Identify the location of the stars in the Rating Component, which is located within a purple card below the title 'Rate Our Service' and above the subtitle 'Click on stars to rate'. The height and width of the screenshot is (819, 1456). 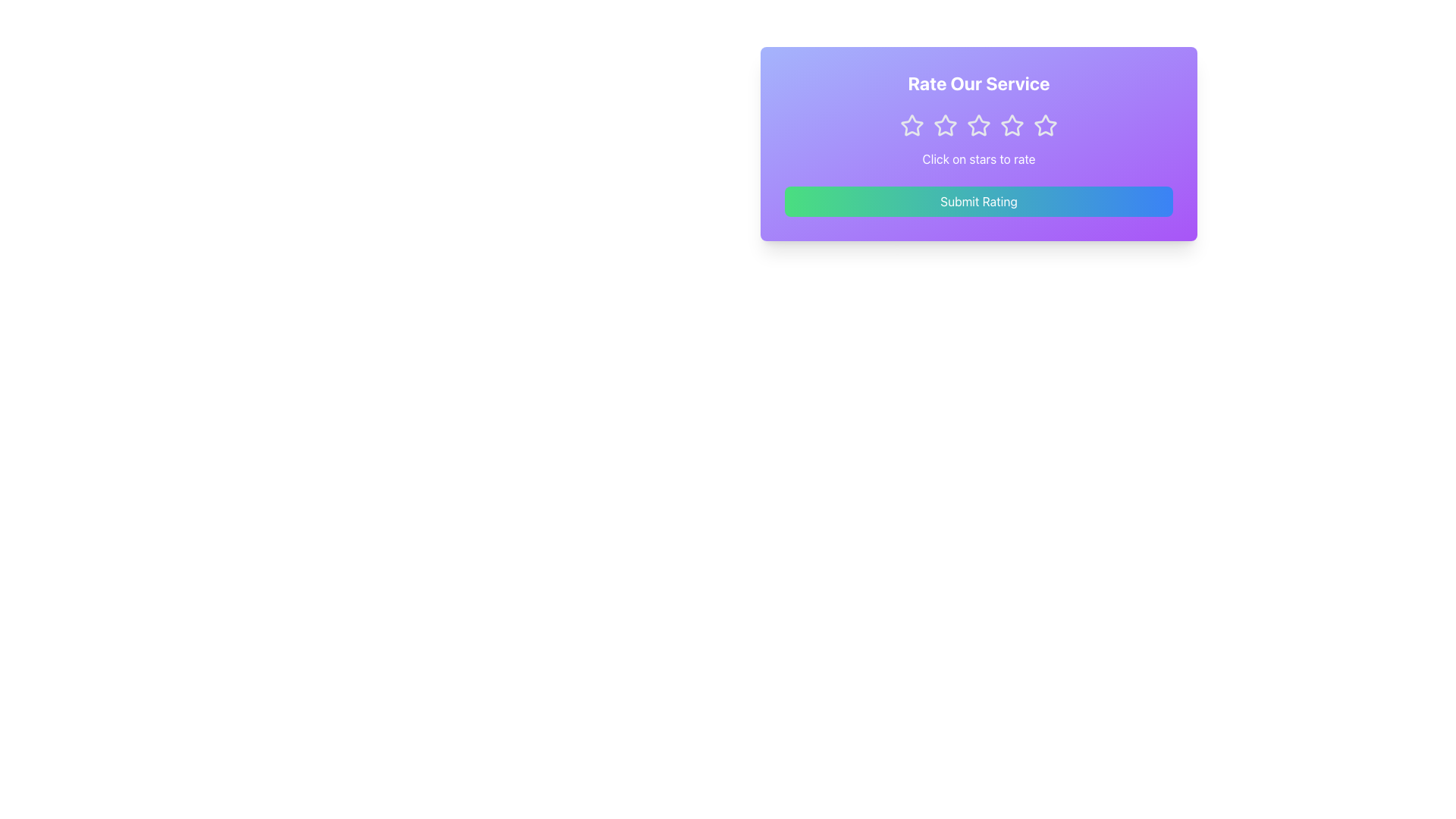
(979, 124).